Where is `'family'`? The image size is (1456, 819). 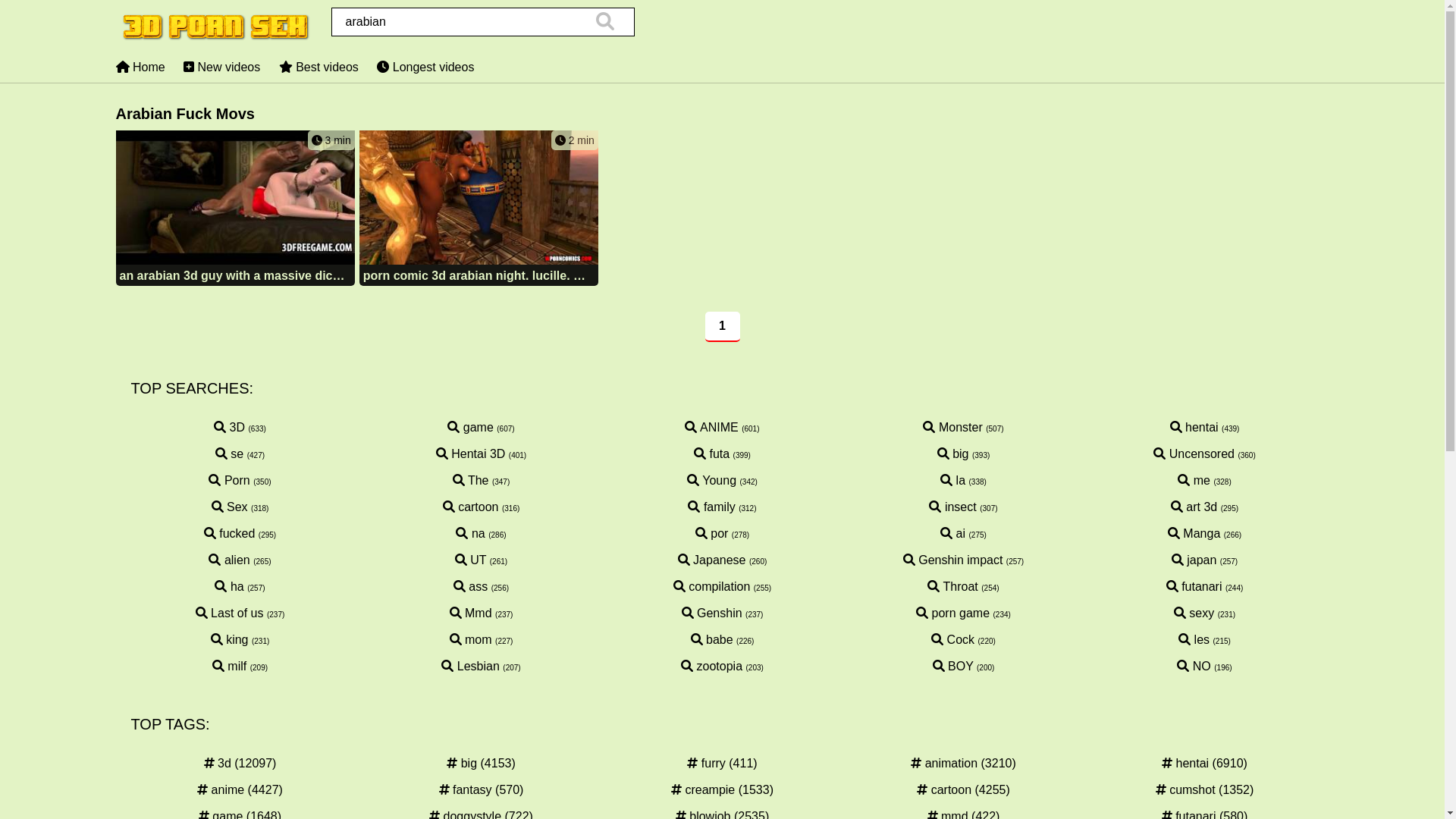 'family' is located at coordinates (710, 507).